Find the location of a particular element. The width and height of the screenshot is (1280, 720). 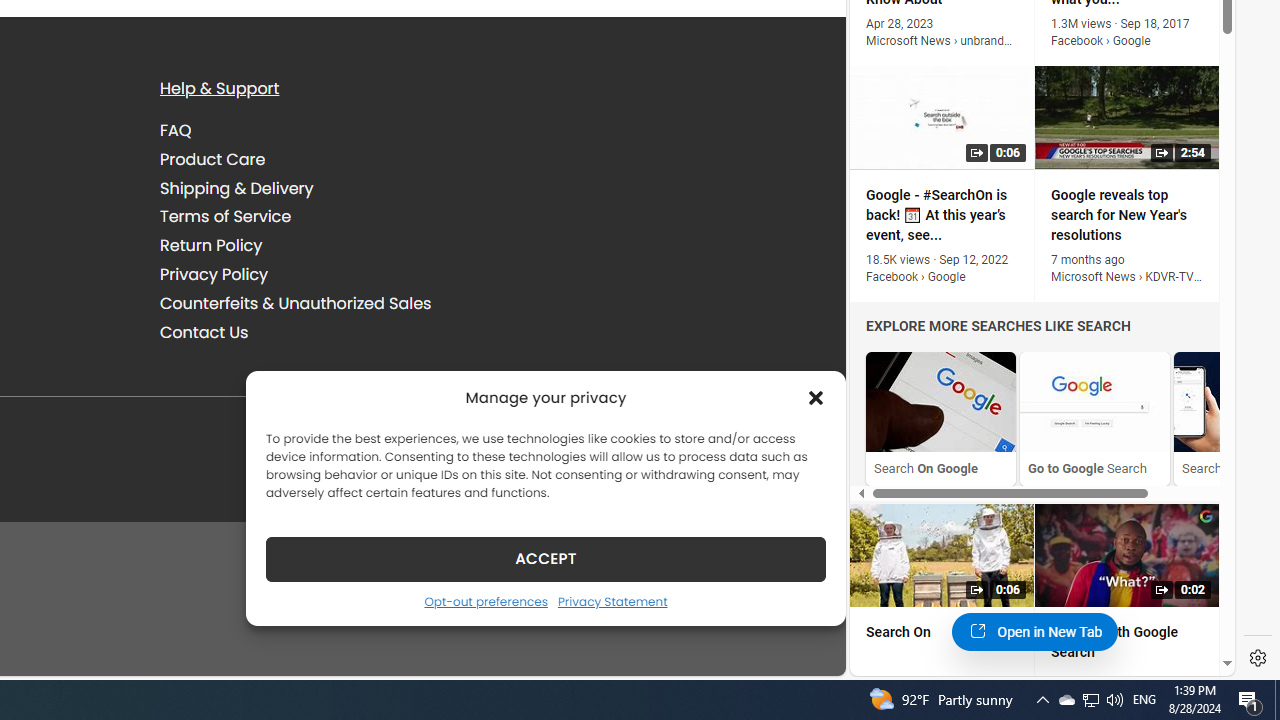

'Contact Us' is located at coordinates (204, 330).